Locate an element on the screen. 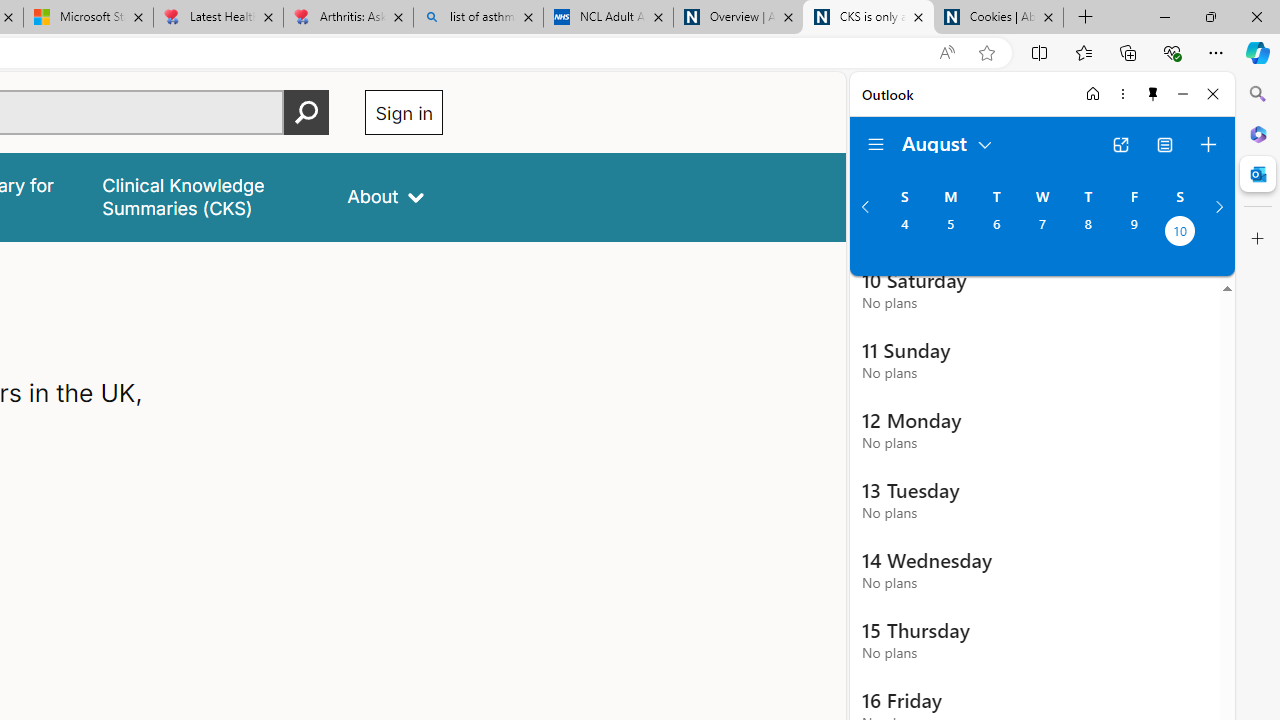 The height and width of the screenshot is (720, 1280). 'Home' is located at coordinates (1092, 93).